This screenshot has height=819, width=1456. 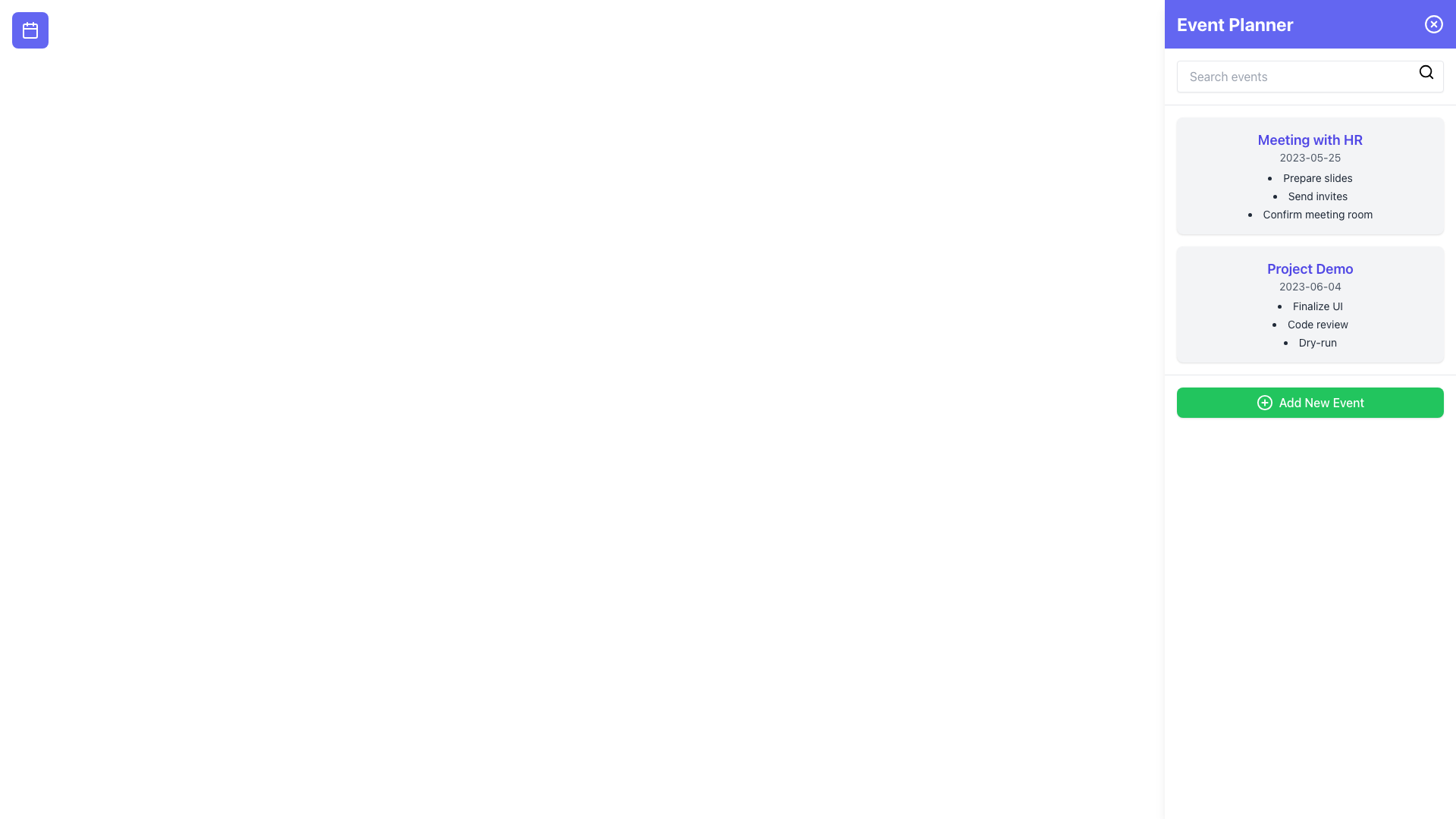 I want to click on the prominently styled text label displaying 'Project Demo' which is located within a highlighted card UI component, positioned below the 'Meeting with HR' card and above the 'Add New Event' green button, so click(x=1310, y=268).